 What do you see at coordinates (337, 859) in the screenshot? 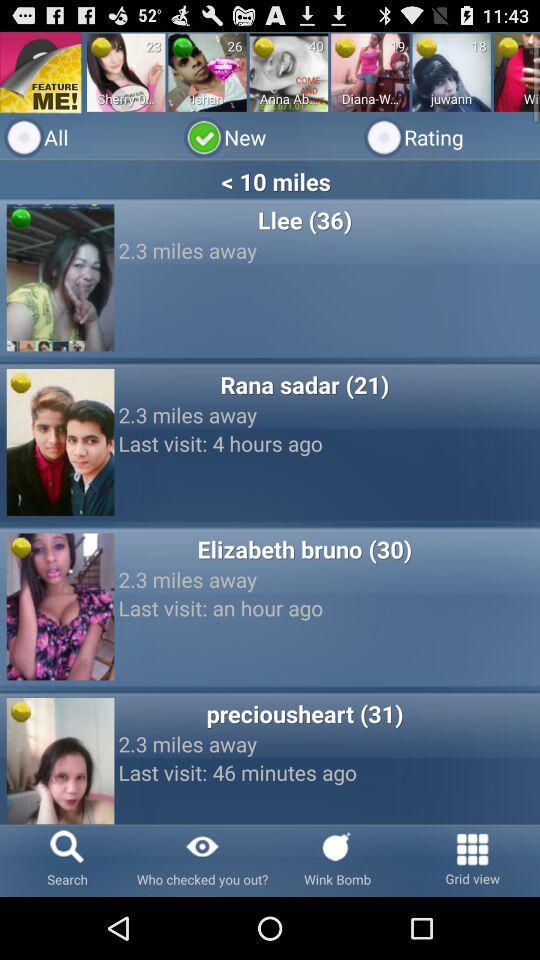
I see `the icon next to the grid view button` at bounding box center [337, 859].